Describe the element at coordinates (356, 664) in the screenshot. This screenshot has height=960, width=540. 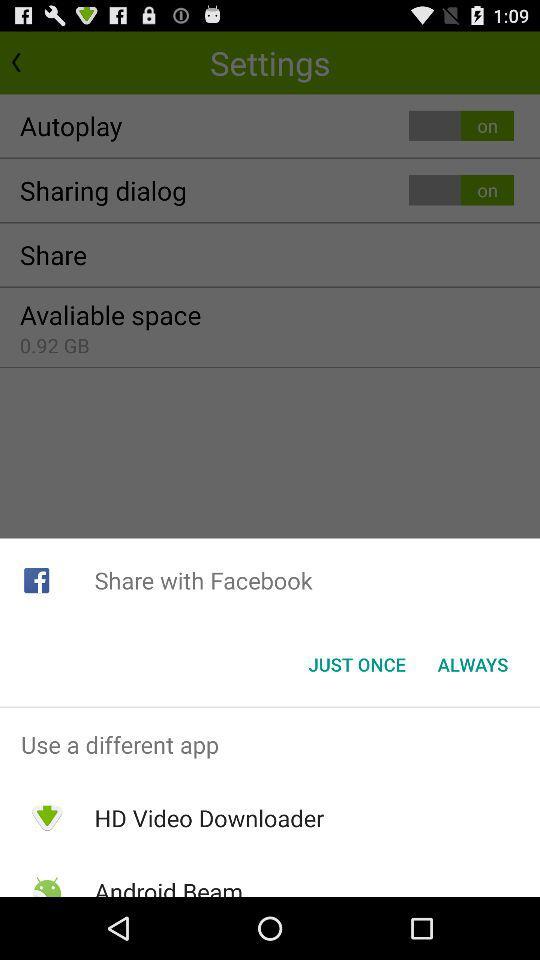
I see `just once icon` at that location.